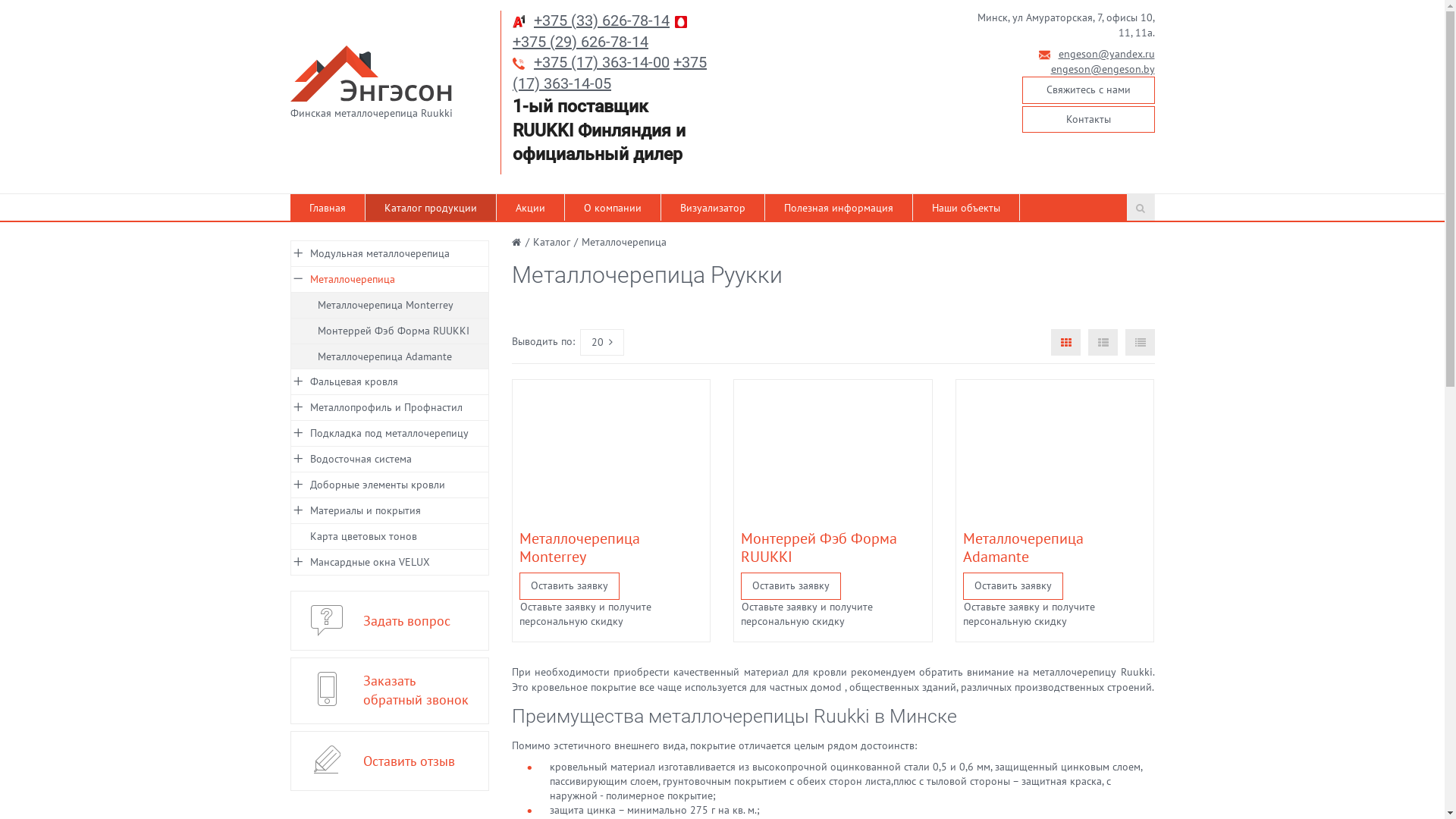  I want to click on '+375 (17) 363-14-05', so click(610, 73).